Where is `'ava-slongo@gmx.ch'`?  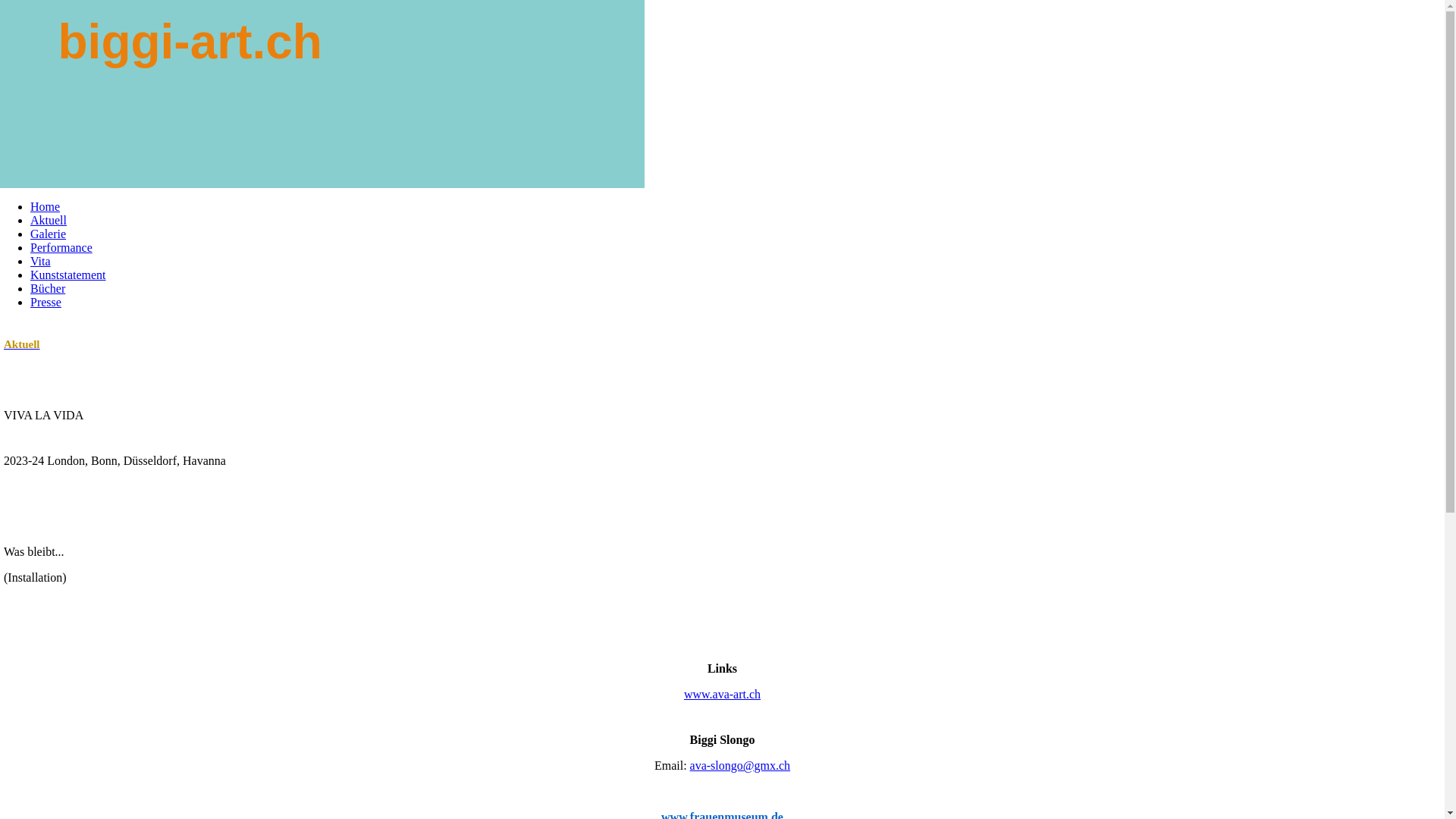 'ava-slongo@gmx.ch' is located at coordinates (739, 765).